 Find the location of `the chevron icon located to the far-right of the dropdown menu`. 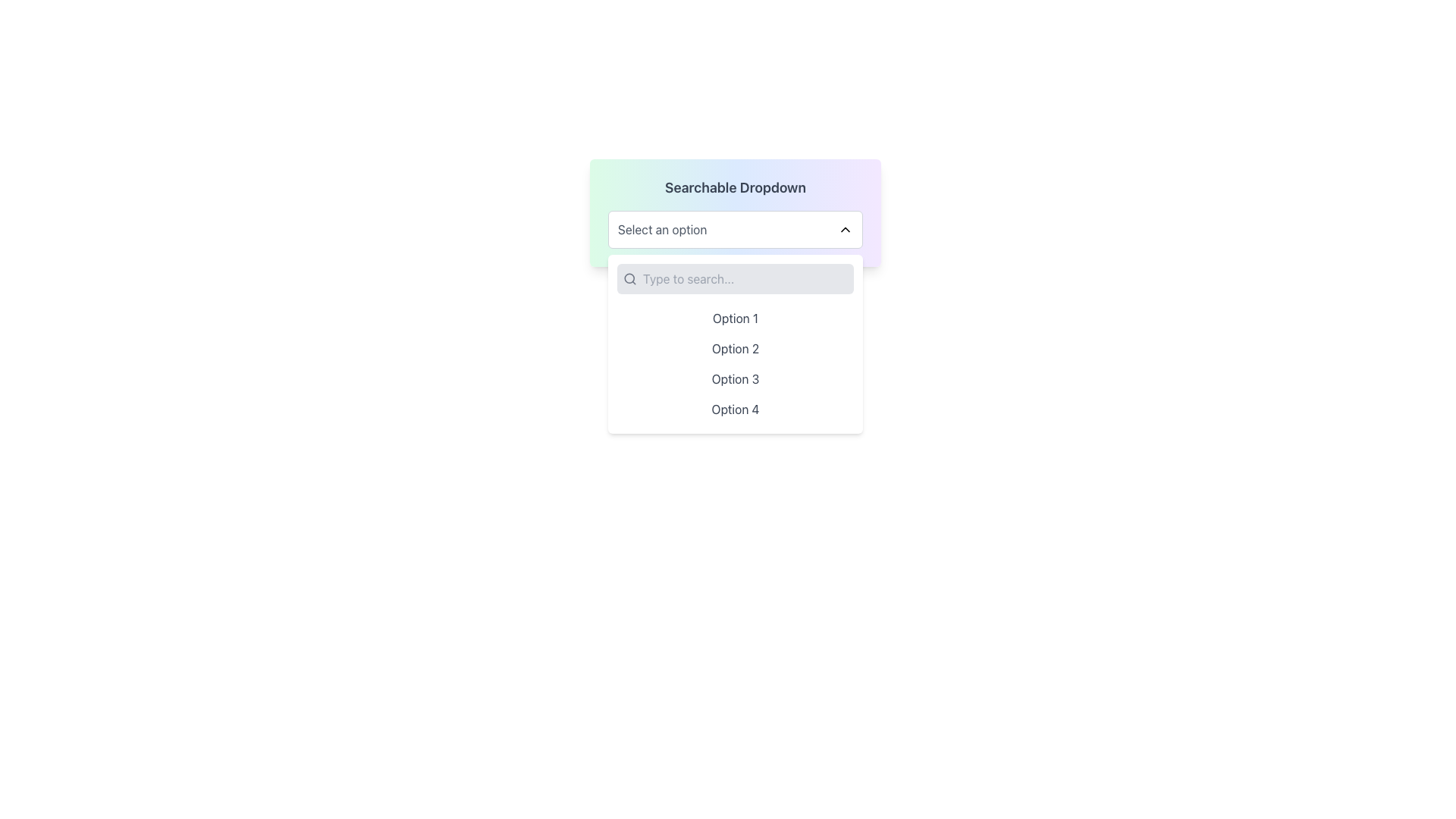

the chevron icon located to the far-right of the dropdown menu is located at coordinates (844, 230).